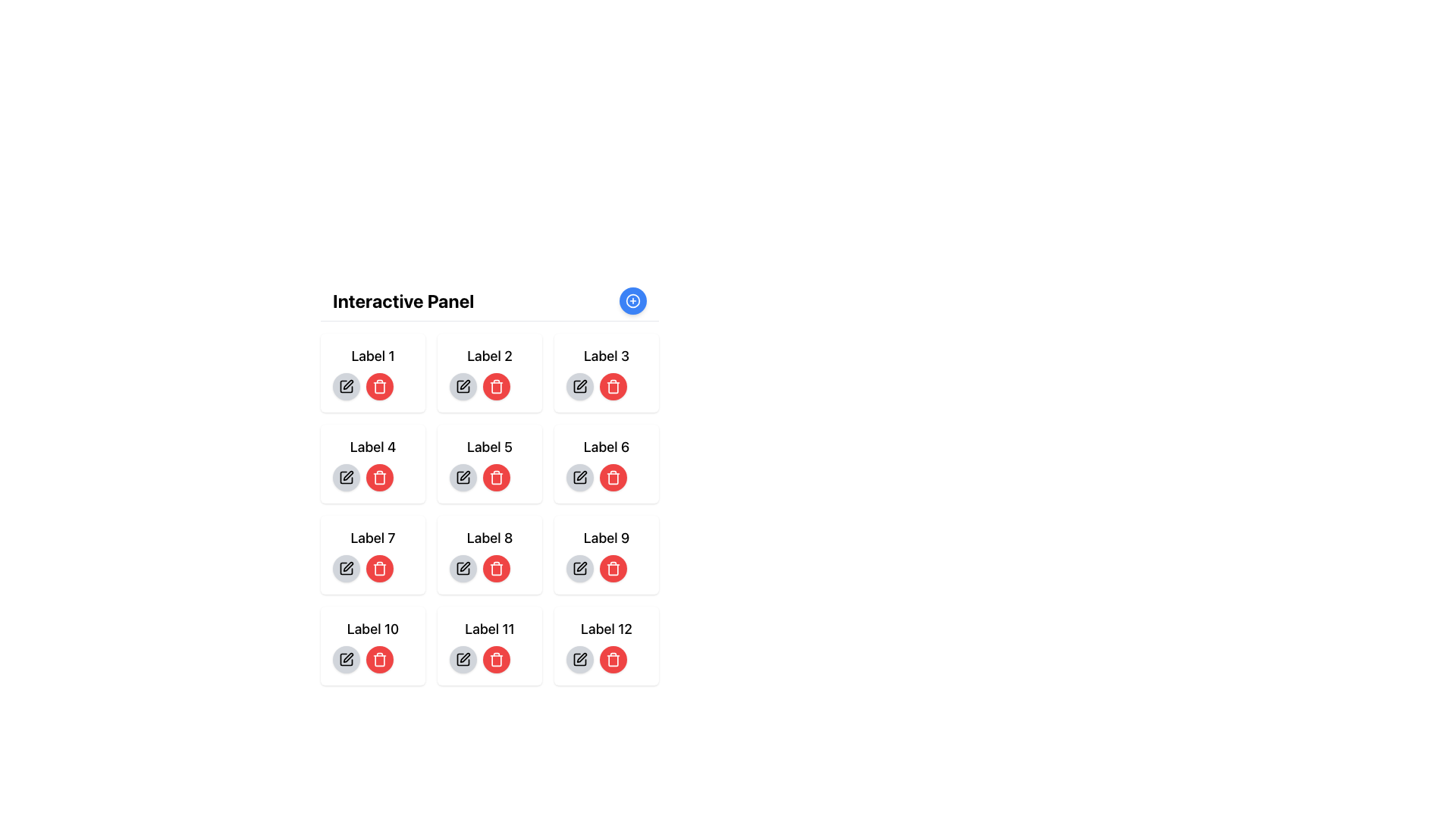 Image resolution: width=1456 pixels, height=819 pixels. I want to click on the bold text label displaying 'Label 2' located in the second row, second column of the grid layout, centered within its rounded, shadowed, light-blue box, so click(490, 356).